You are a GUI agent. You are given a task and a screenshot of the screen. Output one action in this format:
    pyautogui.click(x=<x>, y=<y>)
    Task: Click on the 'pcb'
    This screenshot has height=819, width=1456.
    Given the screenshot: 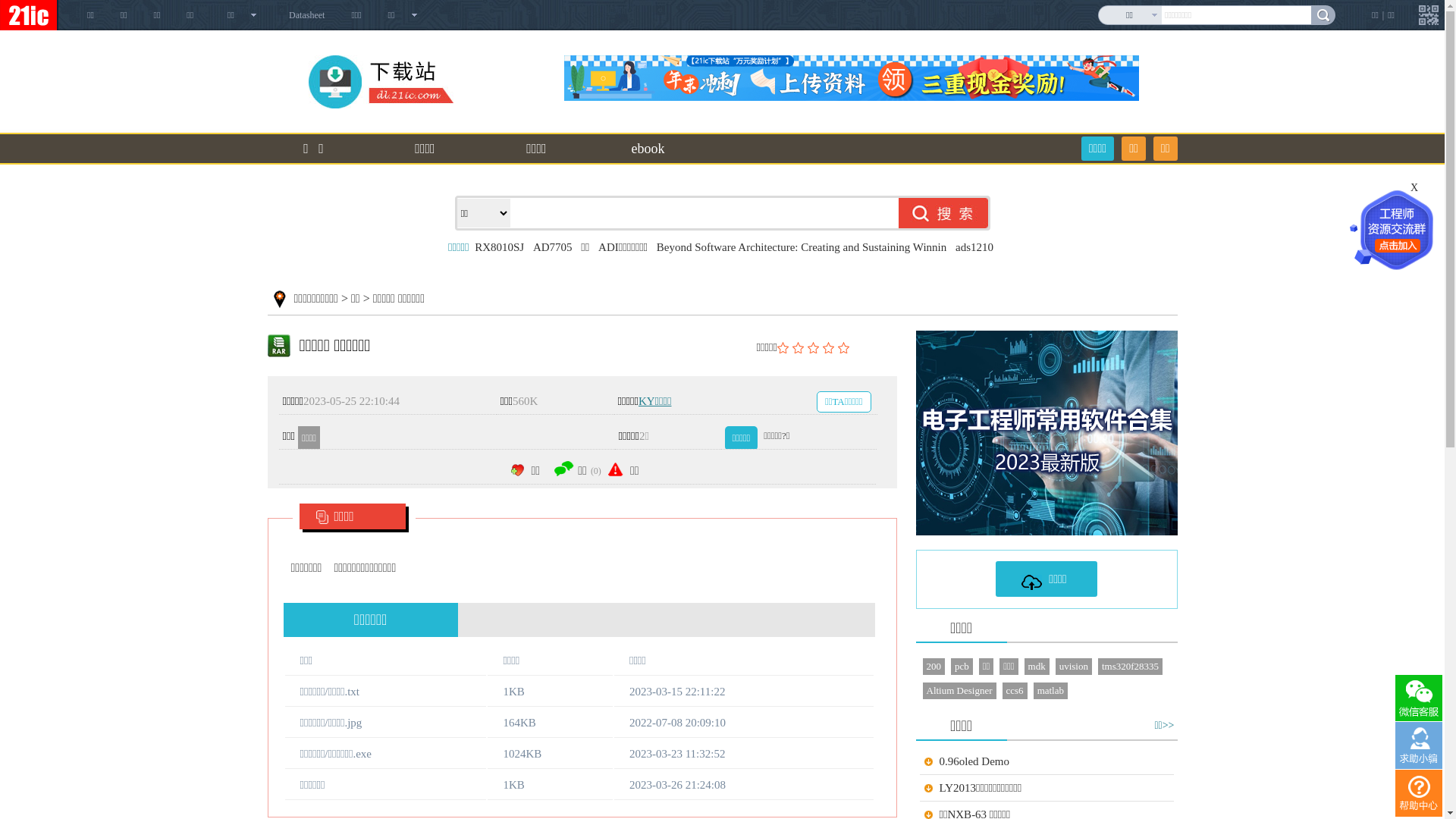 What is the action you would take?
    pyautogui.click(x=961, y=666)
    